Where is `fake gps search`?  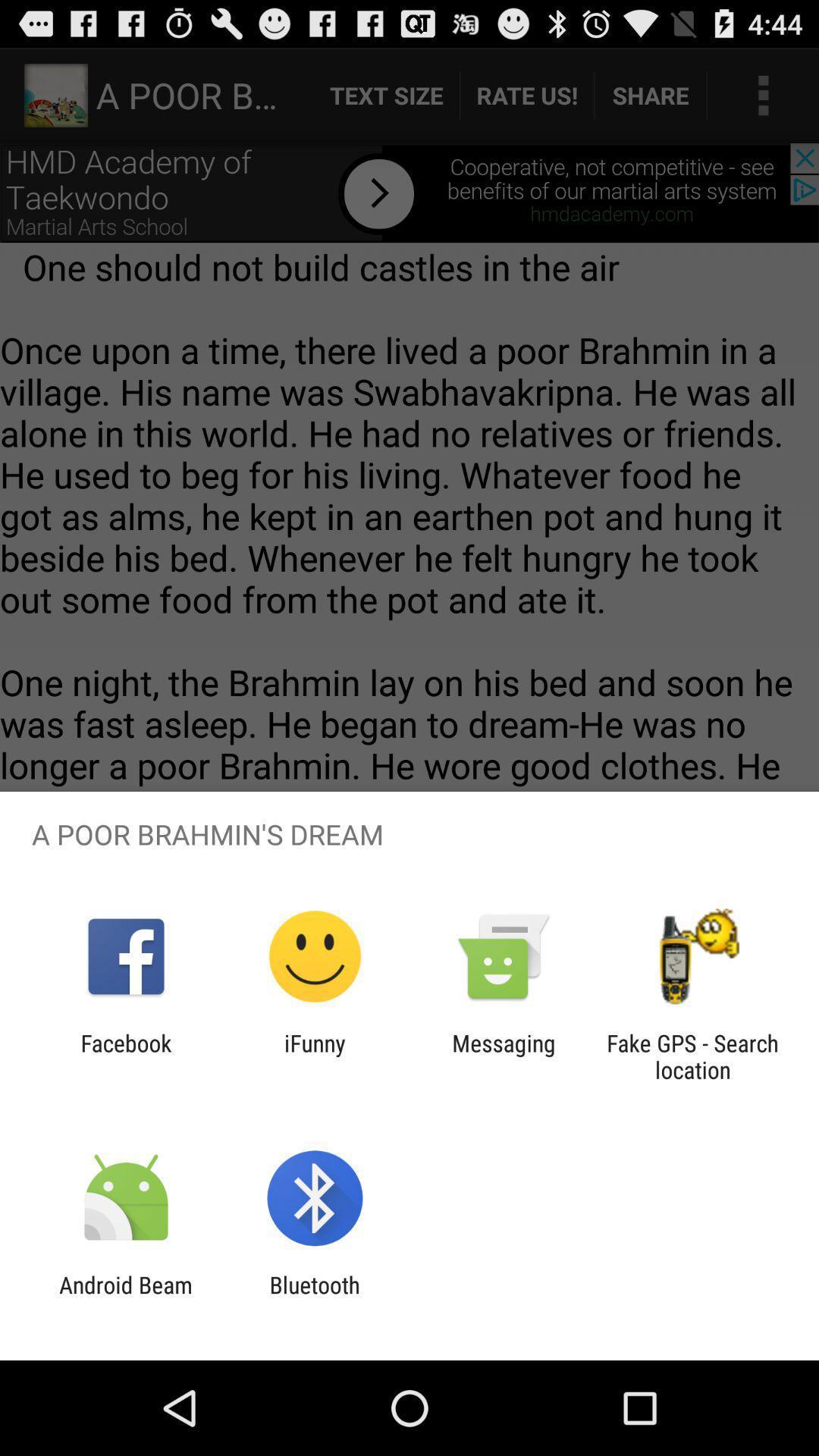
fake gps search is located at coordinates (692, 1056).